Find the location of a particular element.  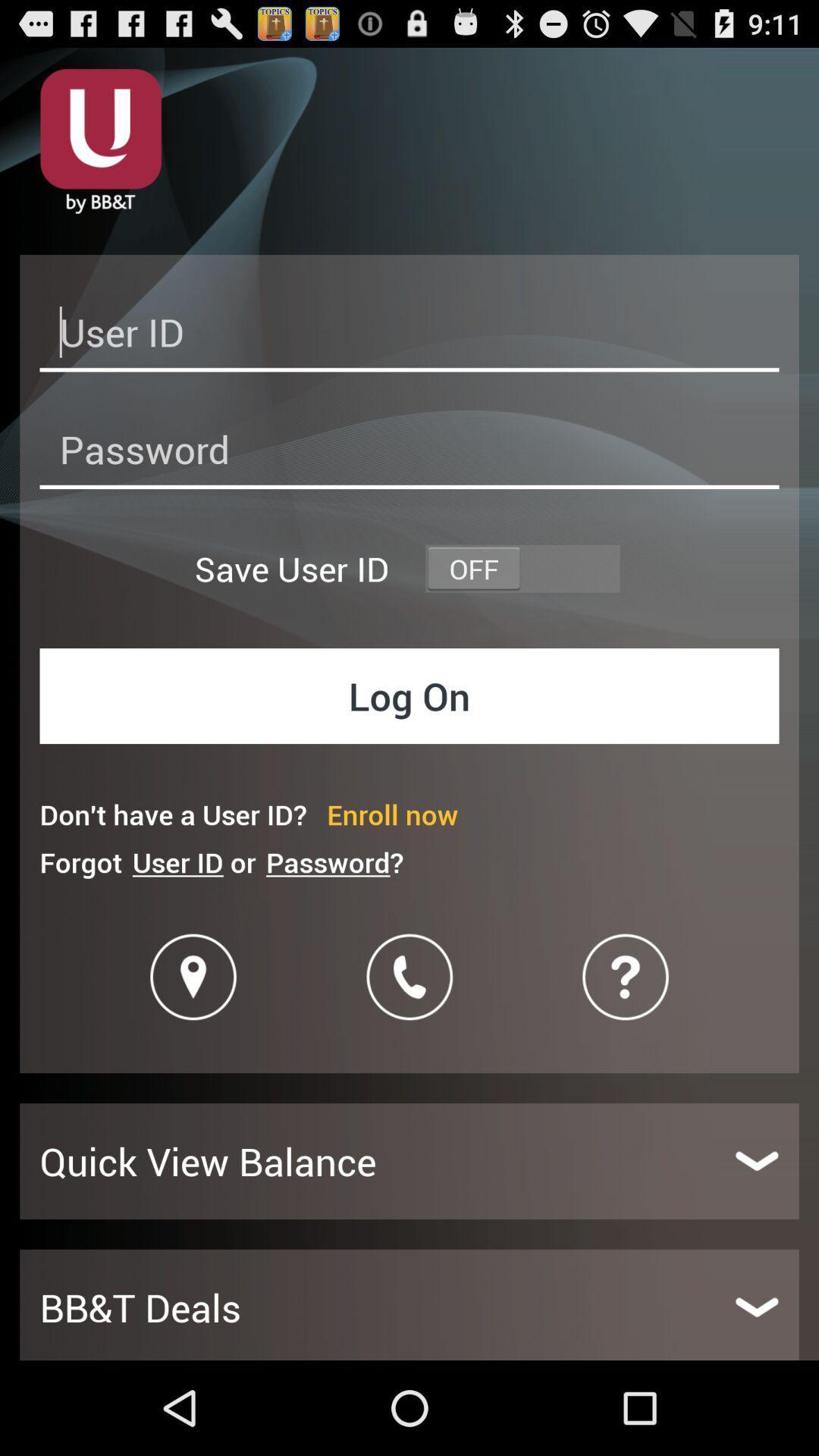

input your userid is located at coordinates (409, 336).